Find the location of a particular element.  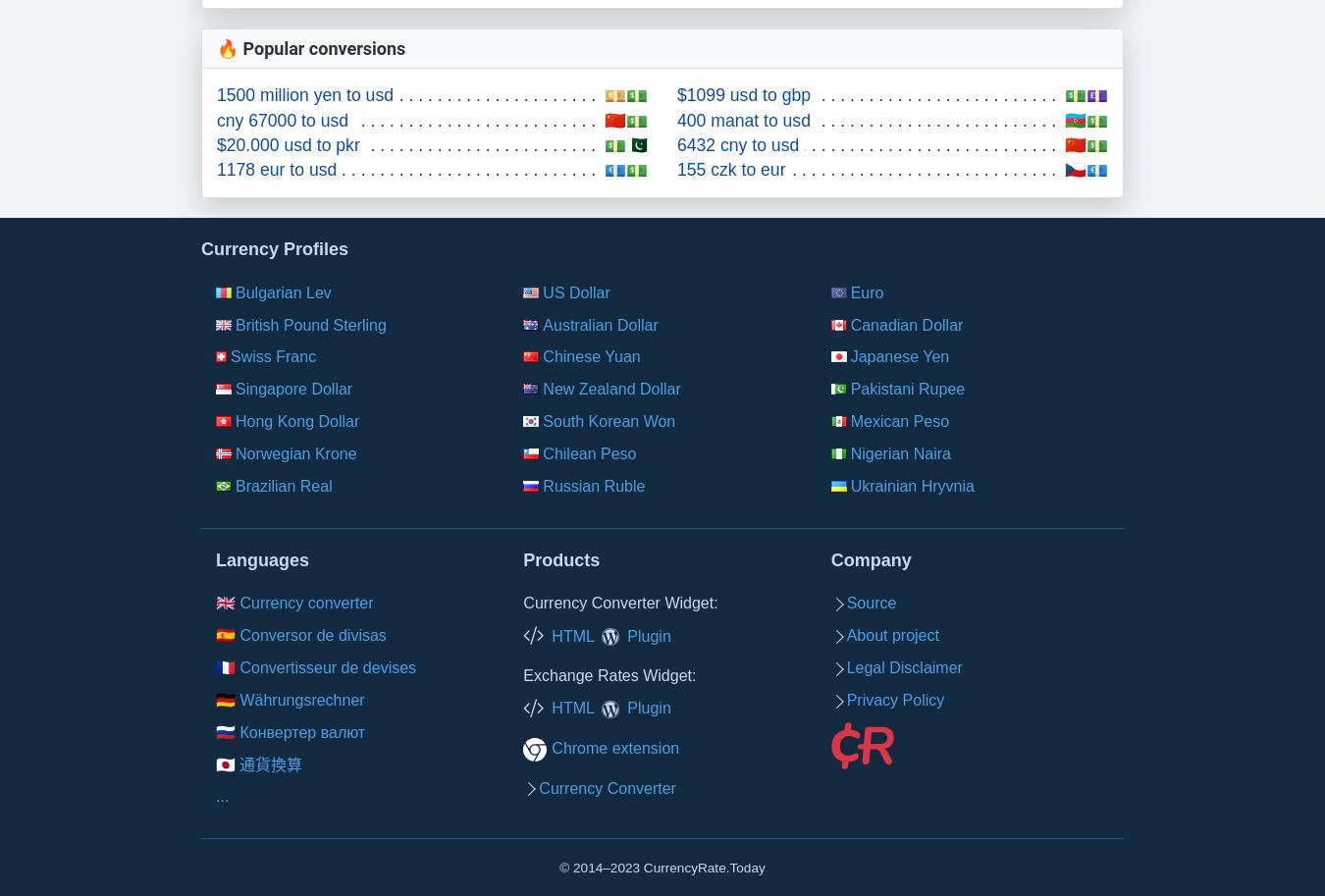

'Privacy Policy' is located at coordinates (845, 698).